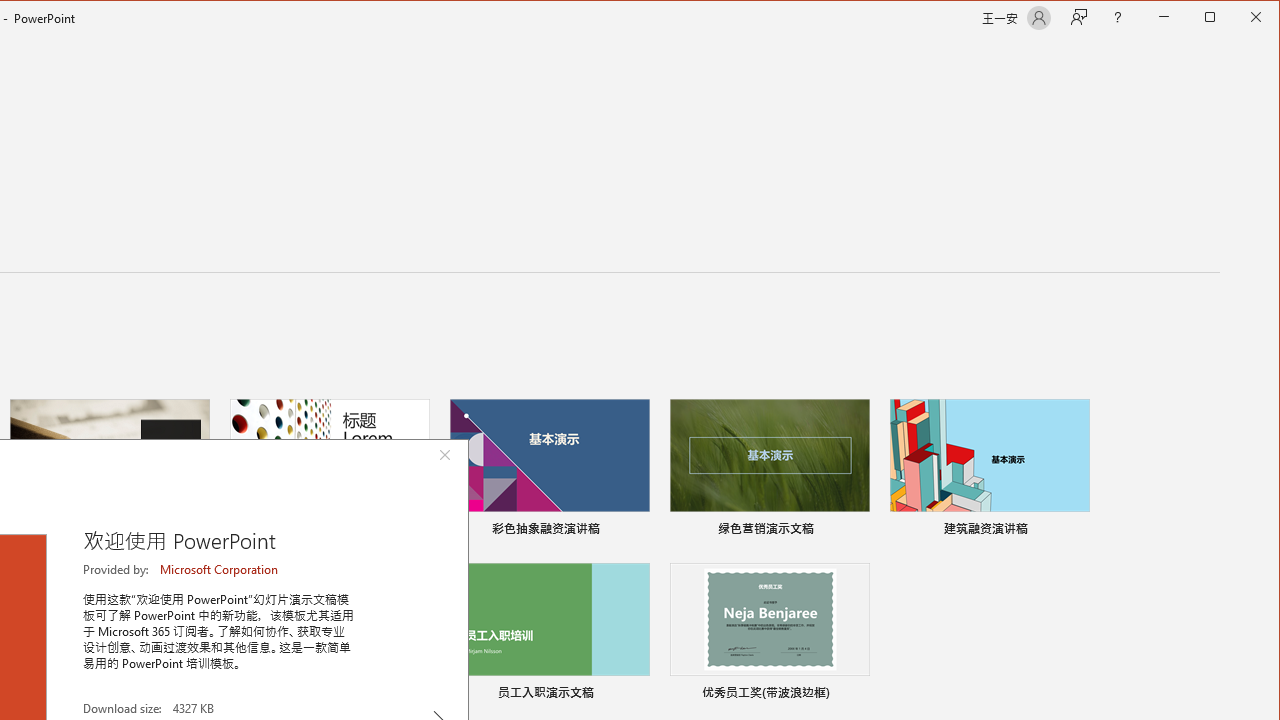 The image size is (1280, 720). What do you see at coordinates (1238, 19) in the screenshot?
I see `'Maximize'` at bounding box center [1238, 19].